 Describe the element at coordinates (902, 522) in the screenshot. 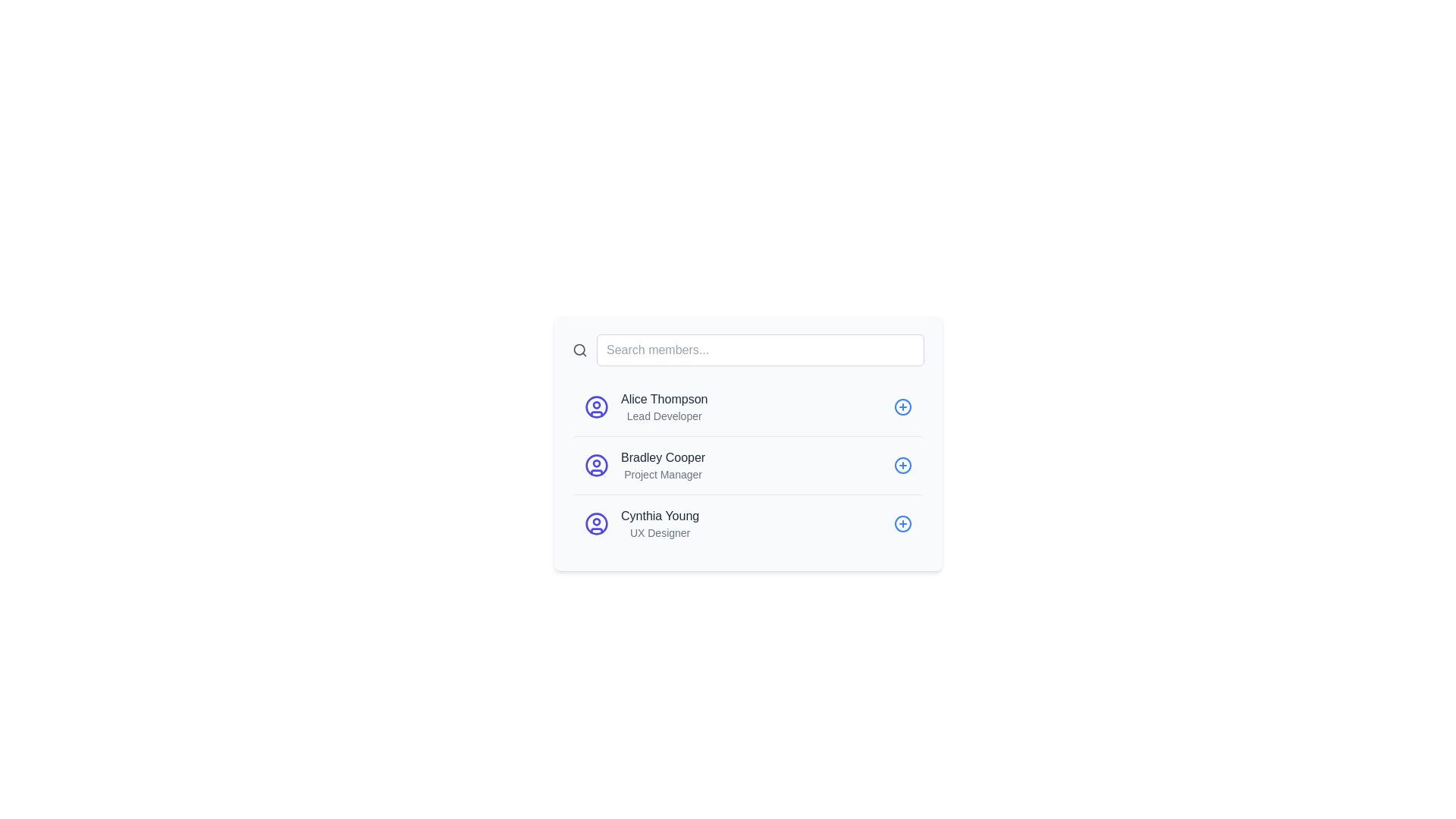

I see `the center of the circular SVG icon that is part of the action button for 'Cynthia Young', located to the right of the third list item` at that location.